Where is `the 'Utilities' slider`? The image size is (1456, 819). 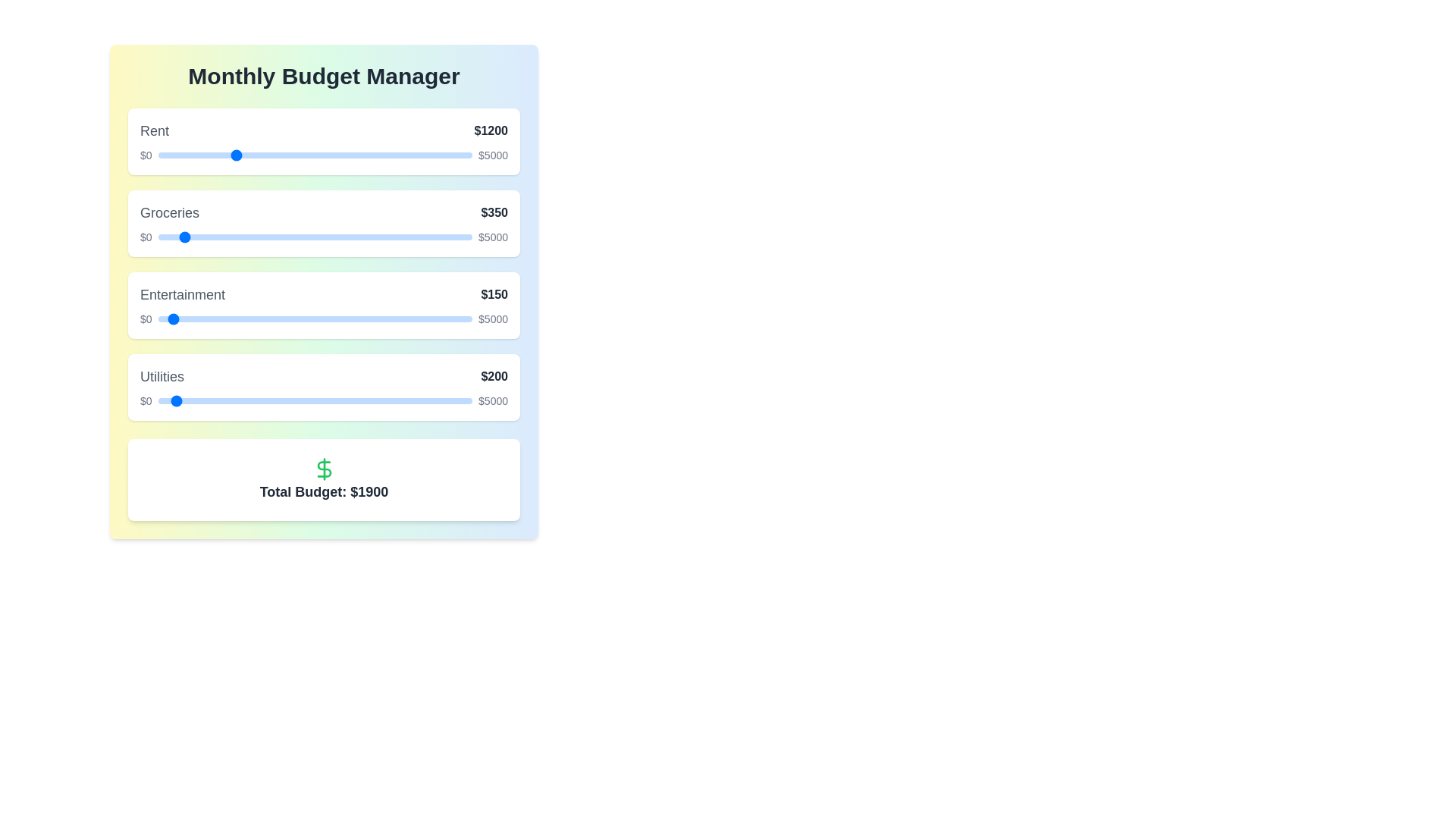 the 'Utilities' slider is located at coordinates (200, 400).